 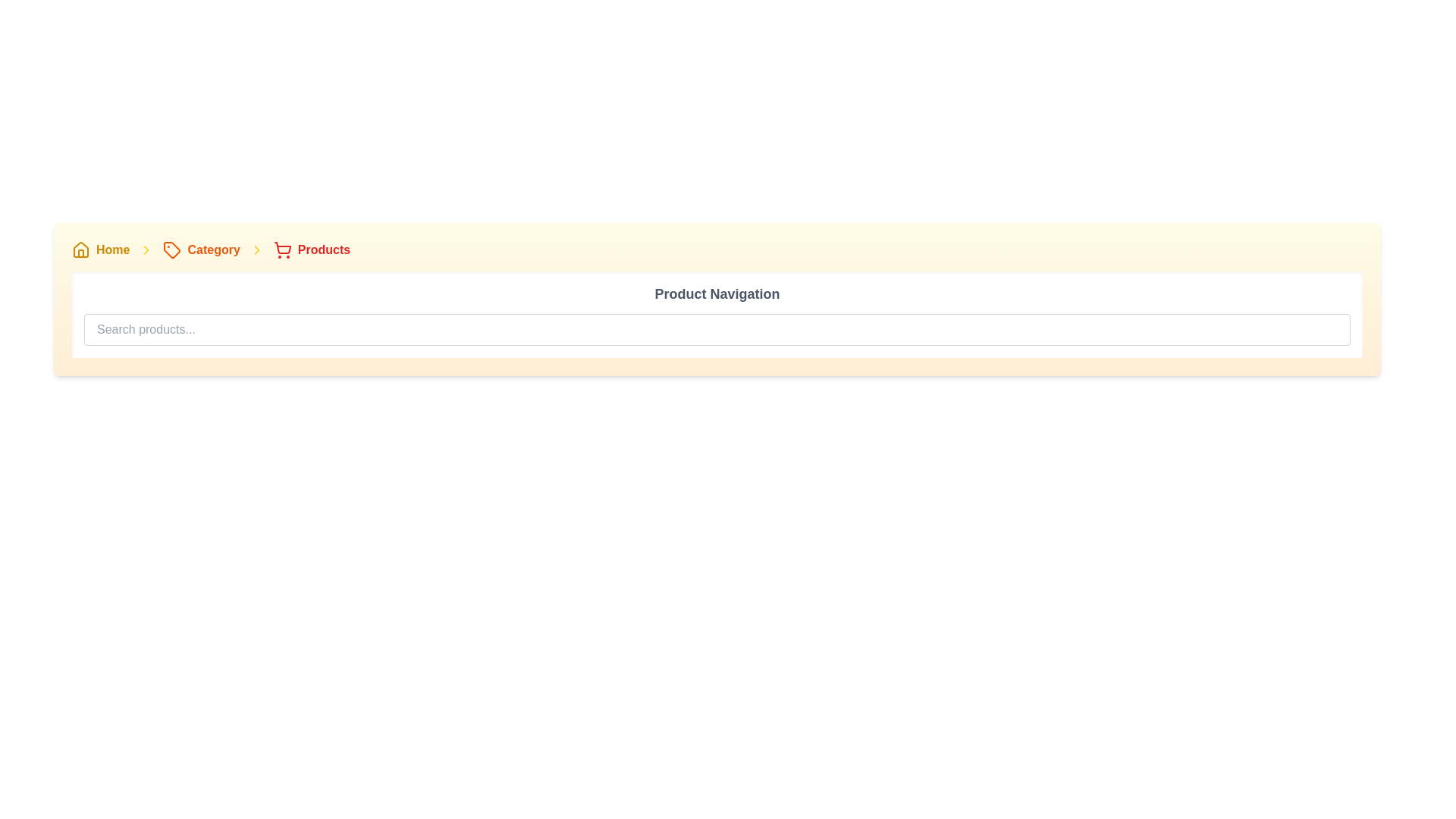 What do you see at coordinates (172, 249) in the screenshot?
I see `the icon representing the 'Category' navigation item located` at bounding box center [172, 249].